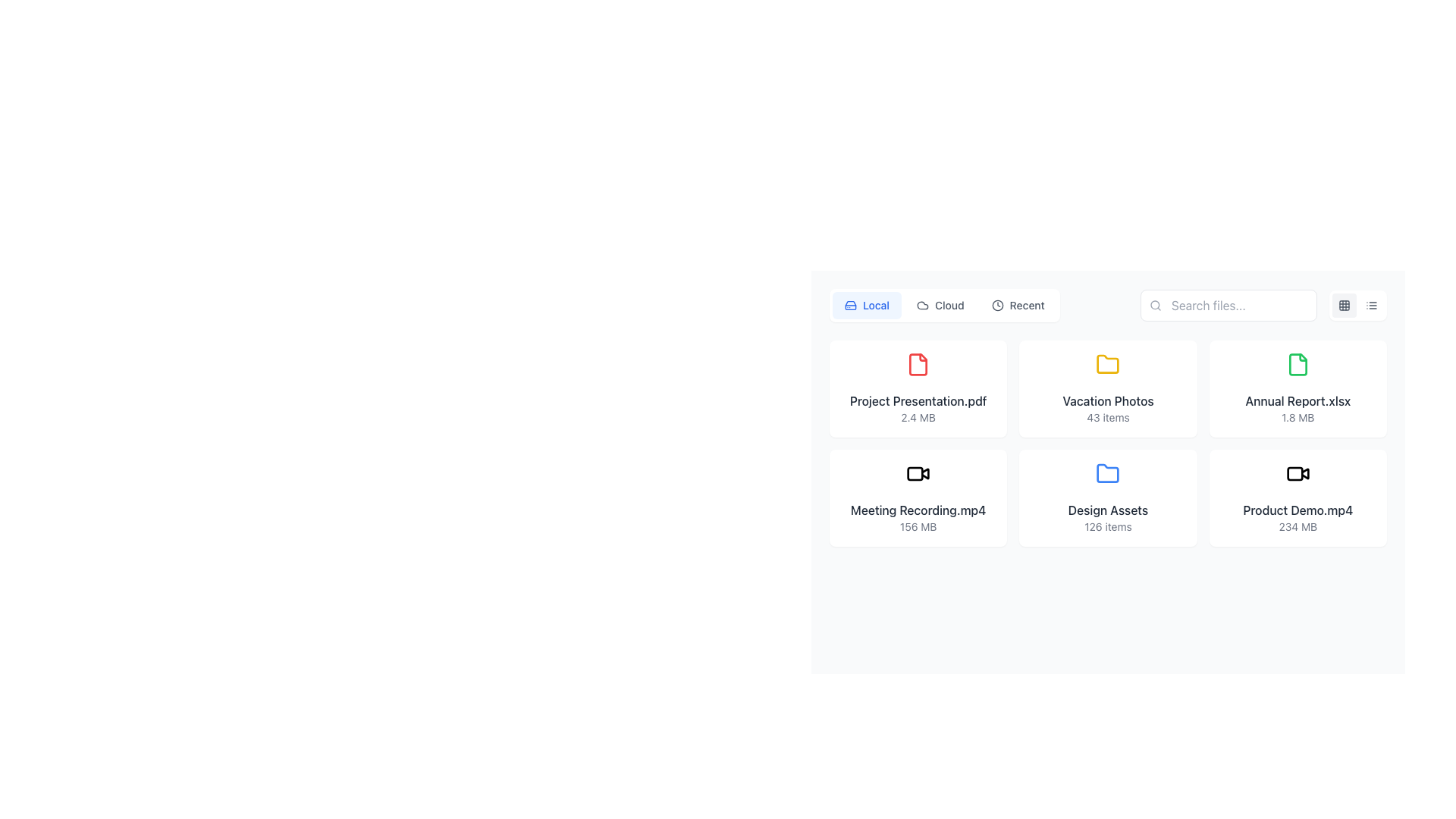  What do you see at coordinates (1108, 408) in the screenshot?
I see `the descriptive label for the folder named 'Vacation Photos' which contains '43 items' positioned centrally in the second column and second row of the grid layout` at bounding box center [1108, 408].